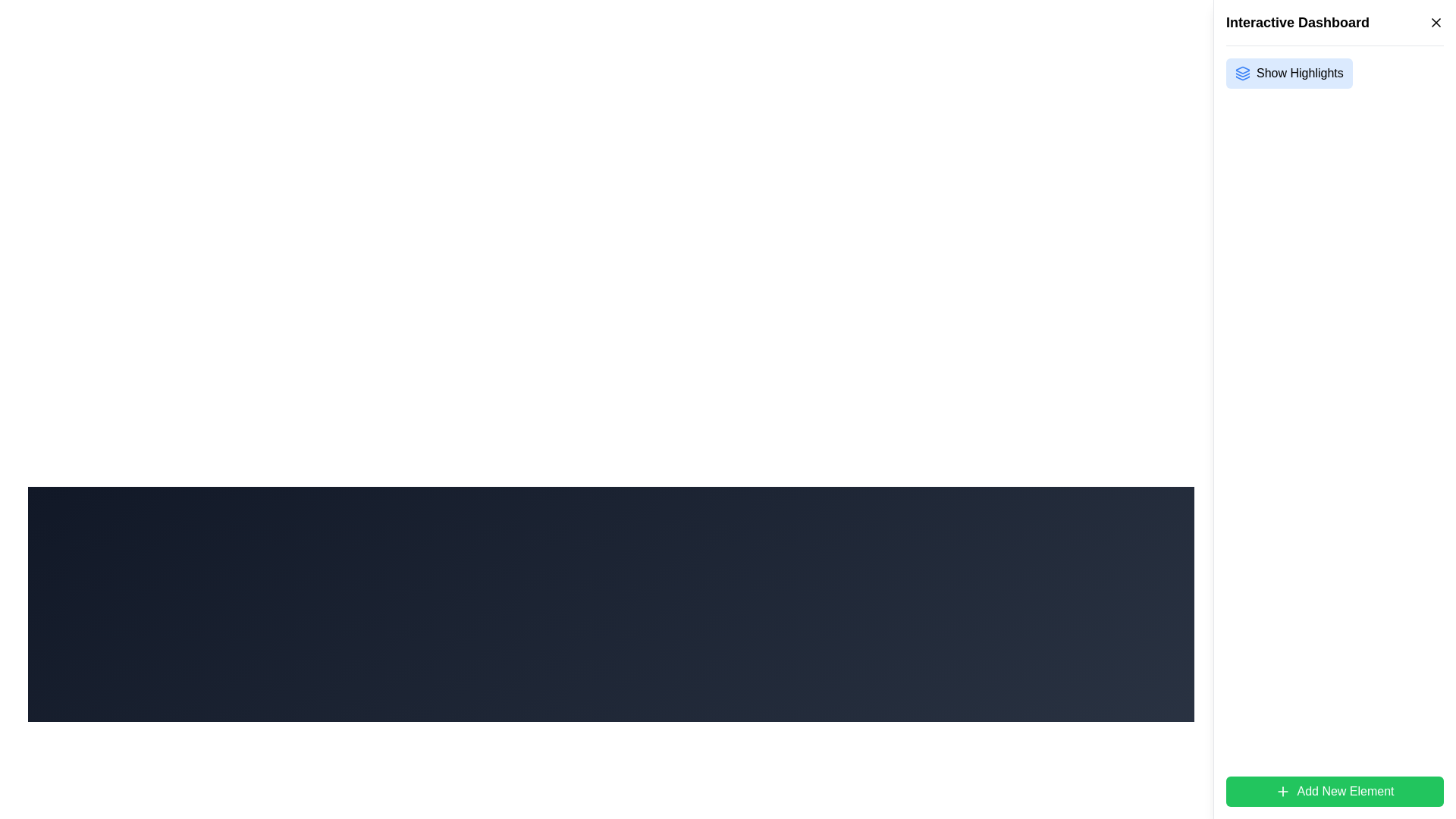 The height and width of the screenshot is (819, 1456). I want to click on the plus icon within the 'Add New Element' button, so click(1282, 791).